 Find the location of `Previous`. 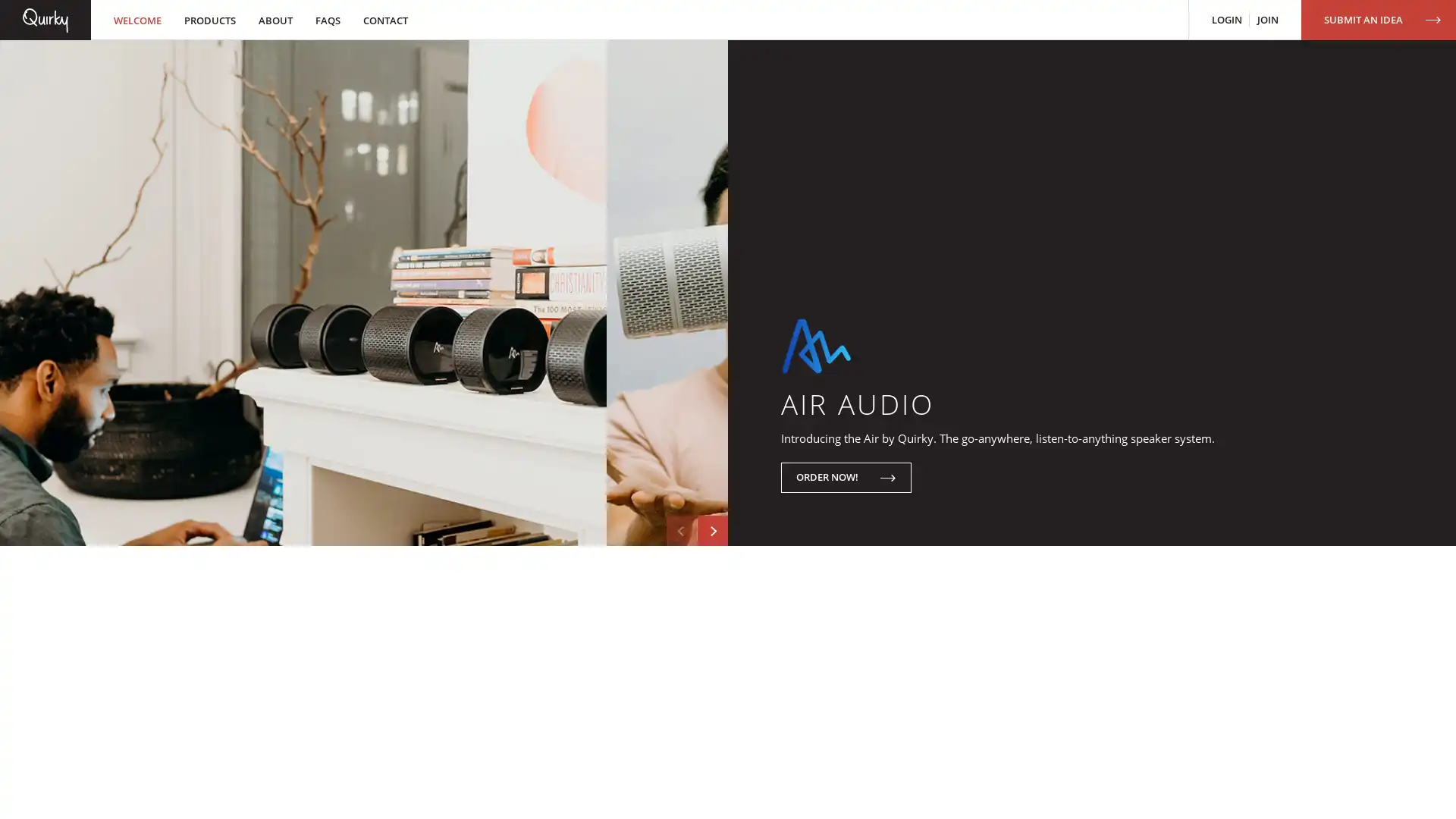

Previous is located at coordinates (680, 632).